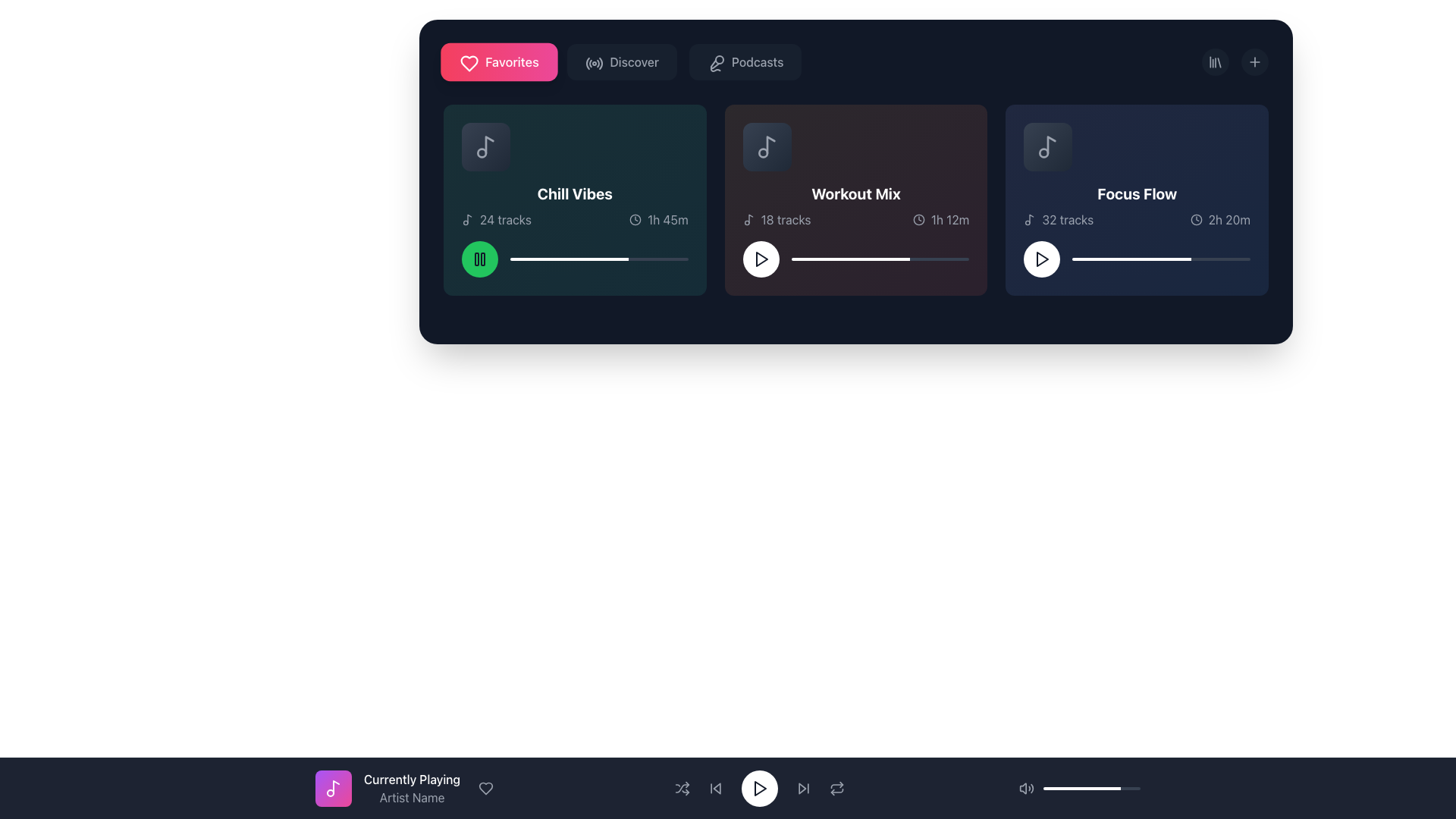  What do you see at coordinates (499, 61) in the screenshot?
I see `the leftmost button labeled 'Favorites' in the playlist section` at bounding box center [499, 61].